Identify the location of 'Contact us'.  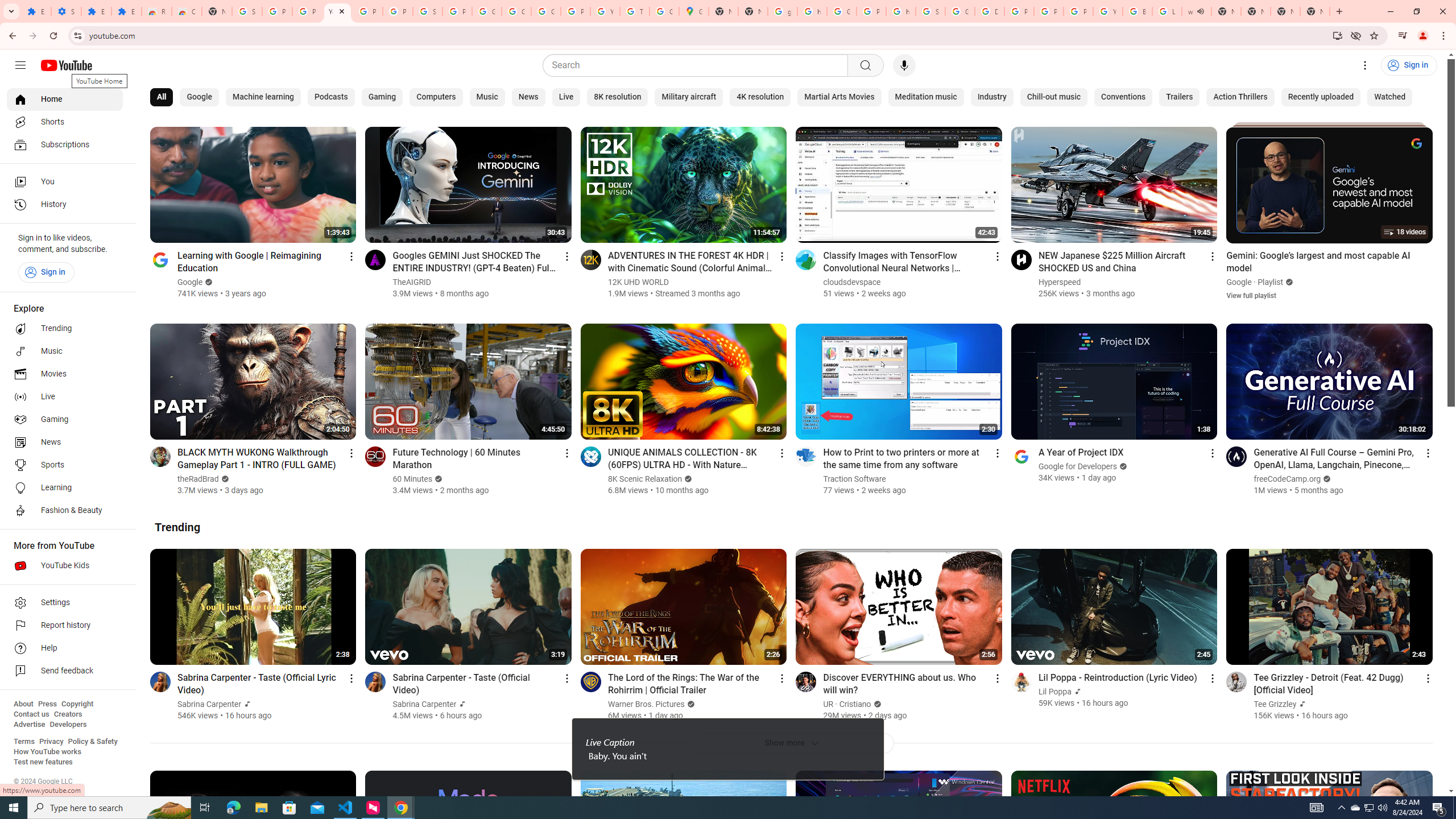
(31, 714).